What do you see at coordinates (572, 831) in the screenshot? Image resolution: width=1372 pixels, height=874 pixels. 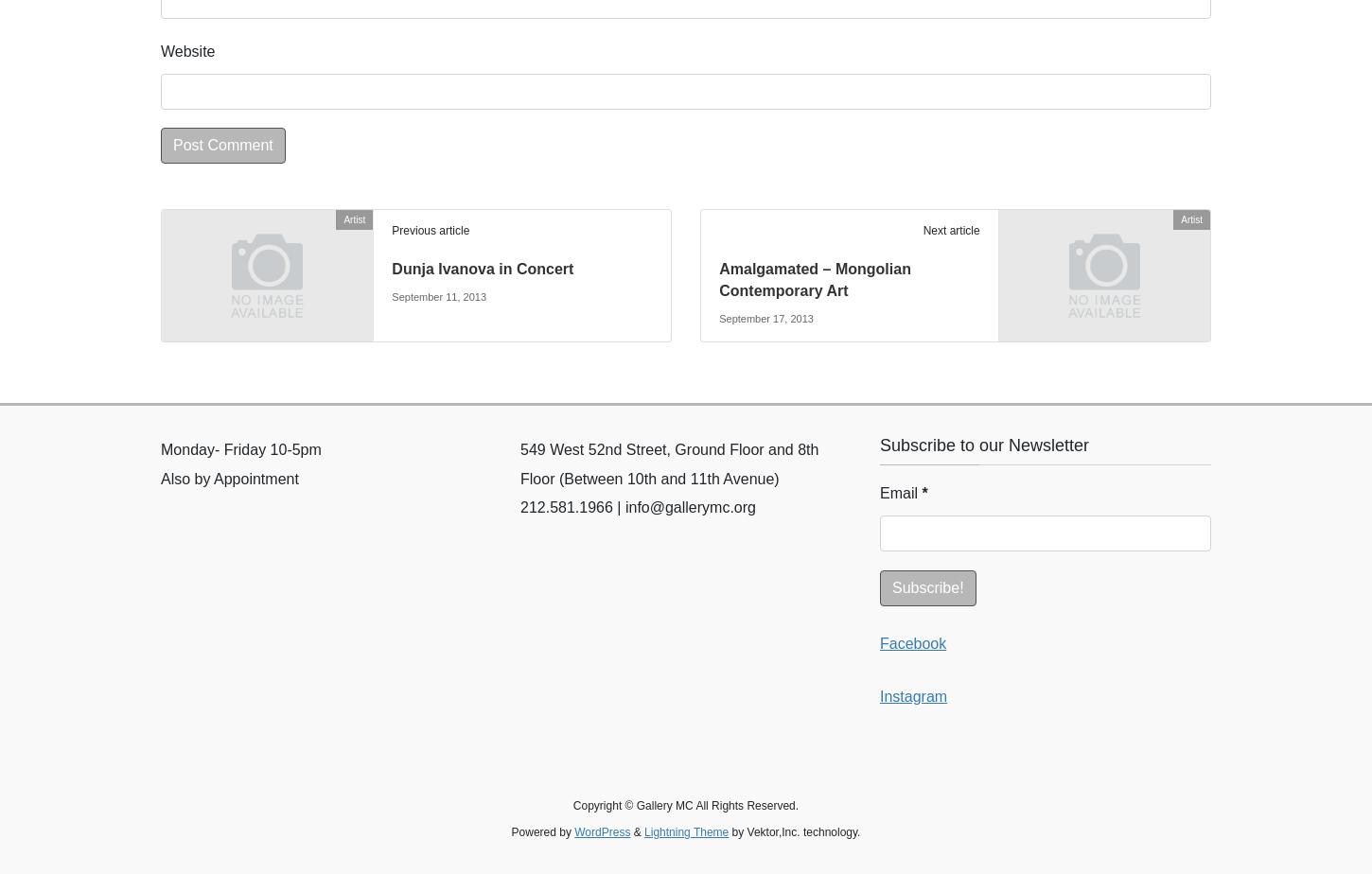 I see `'WordPress'` at bounding box center [572, 831].